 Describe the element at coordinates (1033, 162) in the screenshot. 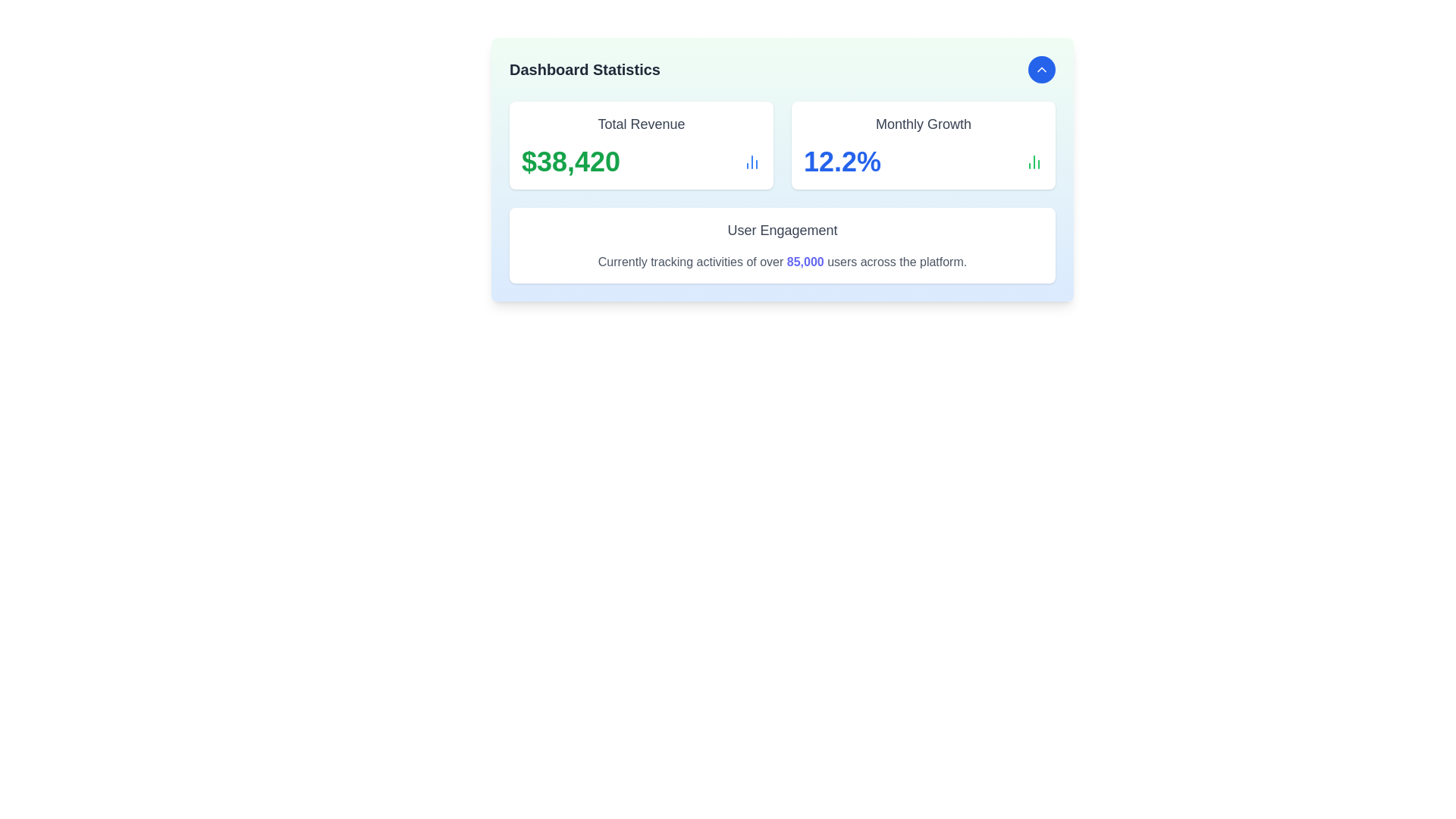

I see `the icon representing growth metrics, located immediately to the right of the '12.2%' text in the 'Monthly Growth' section` at that location.